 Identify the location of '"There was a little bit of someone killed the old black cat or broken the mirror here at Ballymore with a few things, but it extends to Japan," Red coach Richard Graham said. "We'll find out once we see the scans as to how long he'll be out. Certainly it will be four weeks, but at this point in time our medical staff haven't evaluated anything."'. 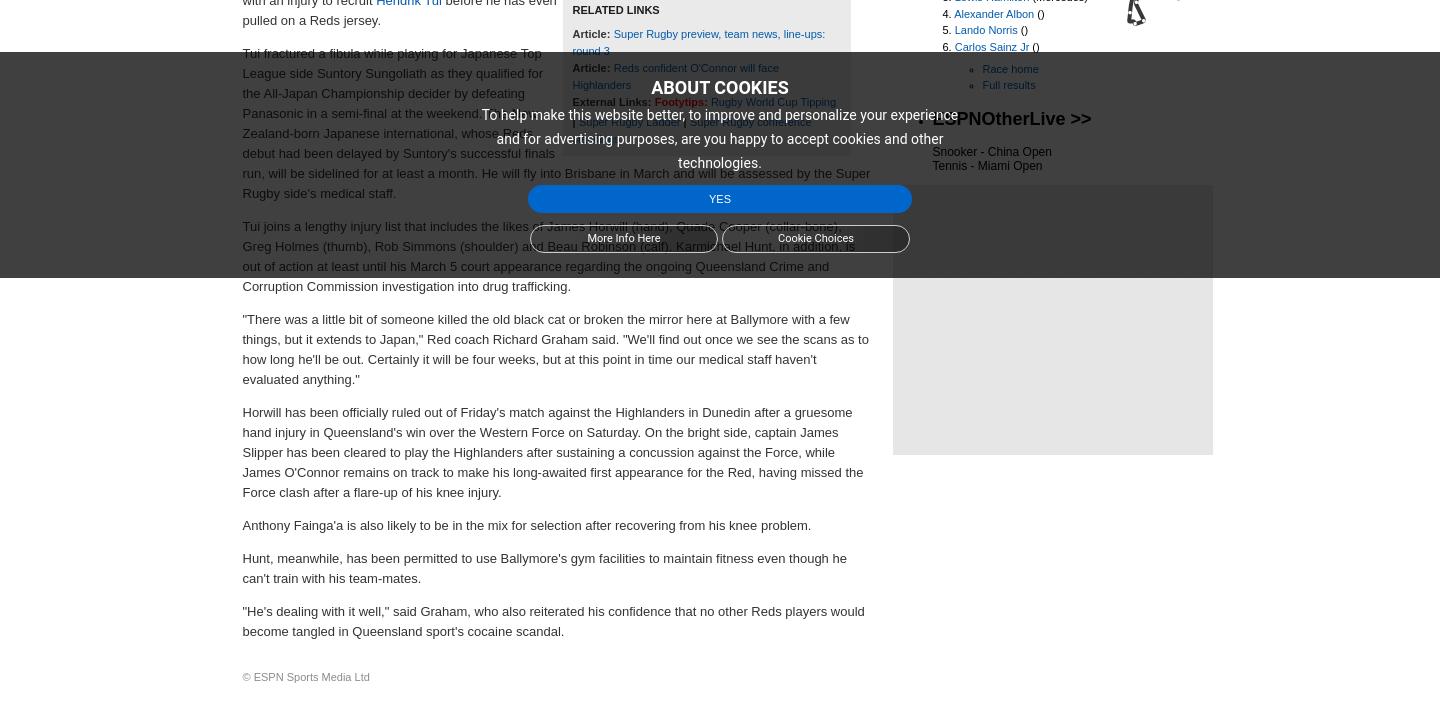
(241, 348).